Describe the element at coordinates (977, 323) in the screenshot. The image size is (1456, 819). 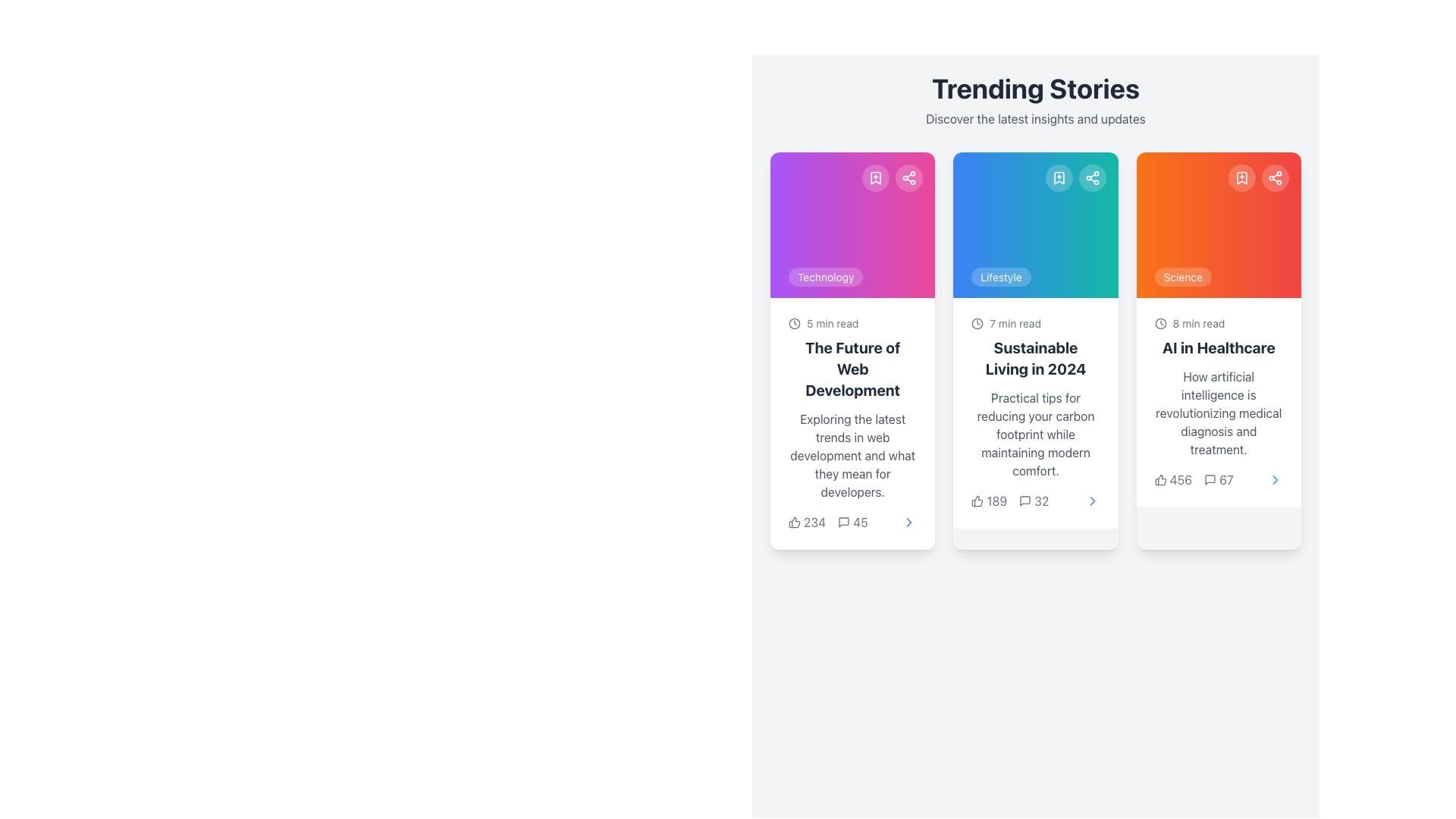
I see `the clock icon located to the immediate left of the text '7 min read' in the middle card titled 'Sustainable Living in 2024' for potential interaction` at that location.